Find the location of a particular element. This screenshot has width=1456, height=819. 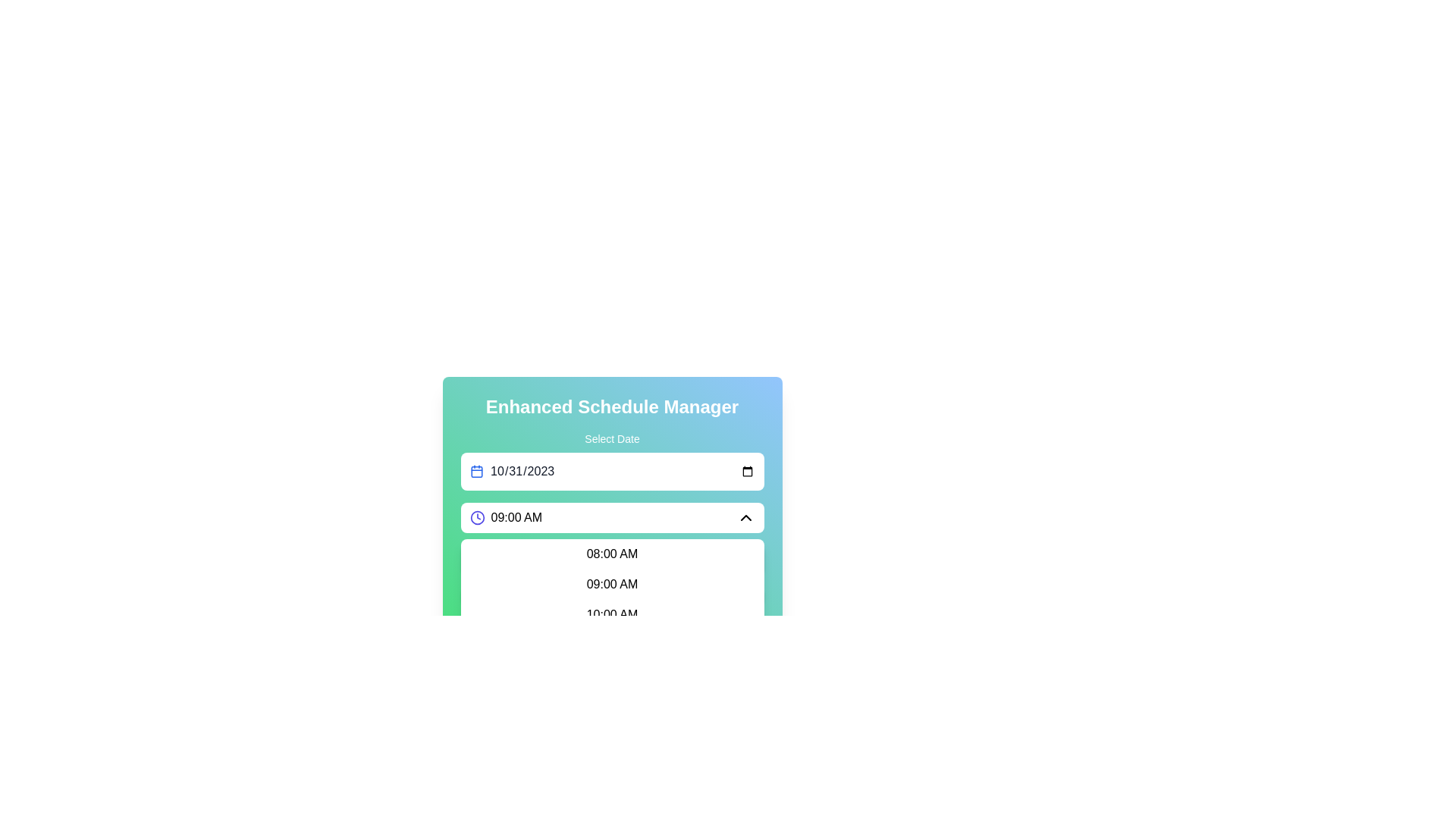

the rectangular shape within the SVG calendar icon, which is located to the left of the date field is located at coordinates (475, 471).